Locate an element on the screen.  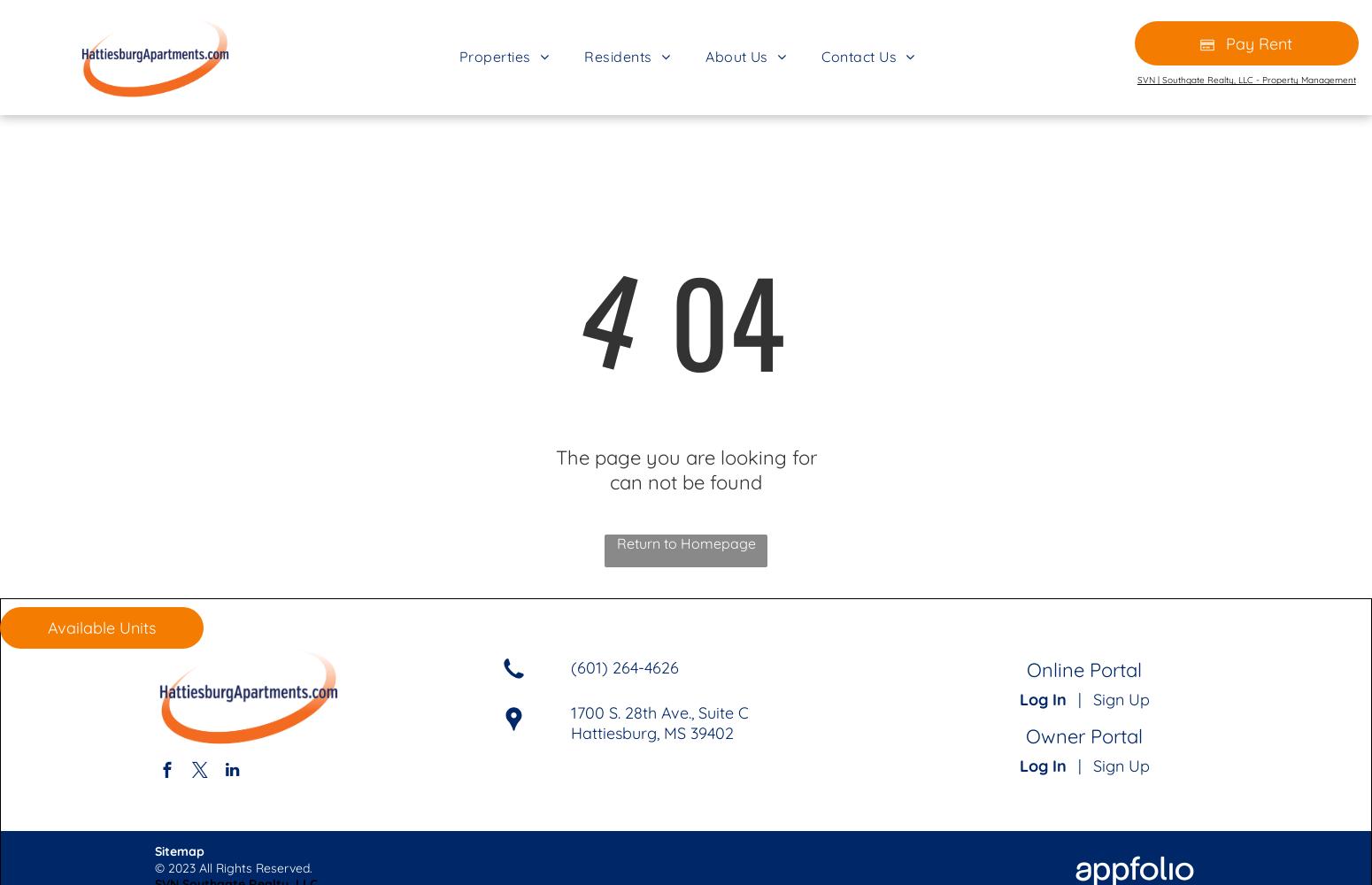
'Multifamily Investors' is located at coordinates (772, 170).